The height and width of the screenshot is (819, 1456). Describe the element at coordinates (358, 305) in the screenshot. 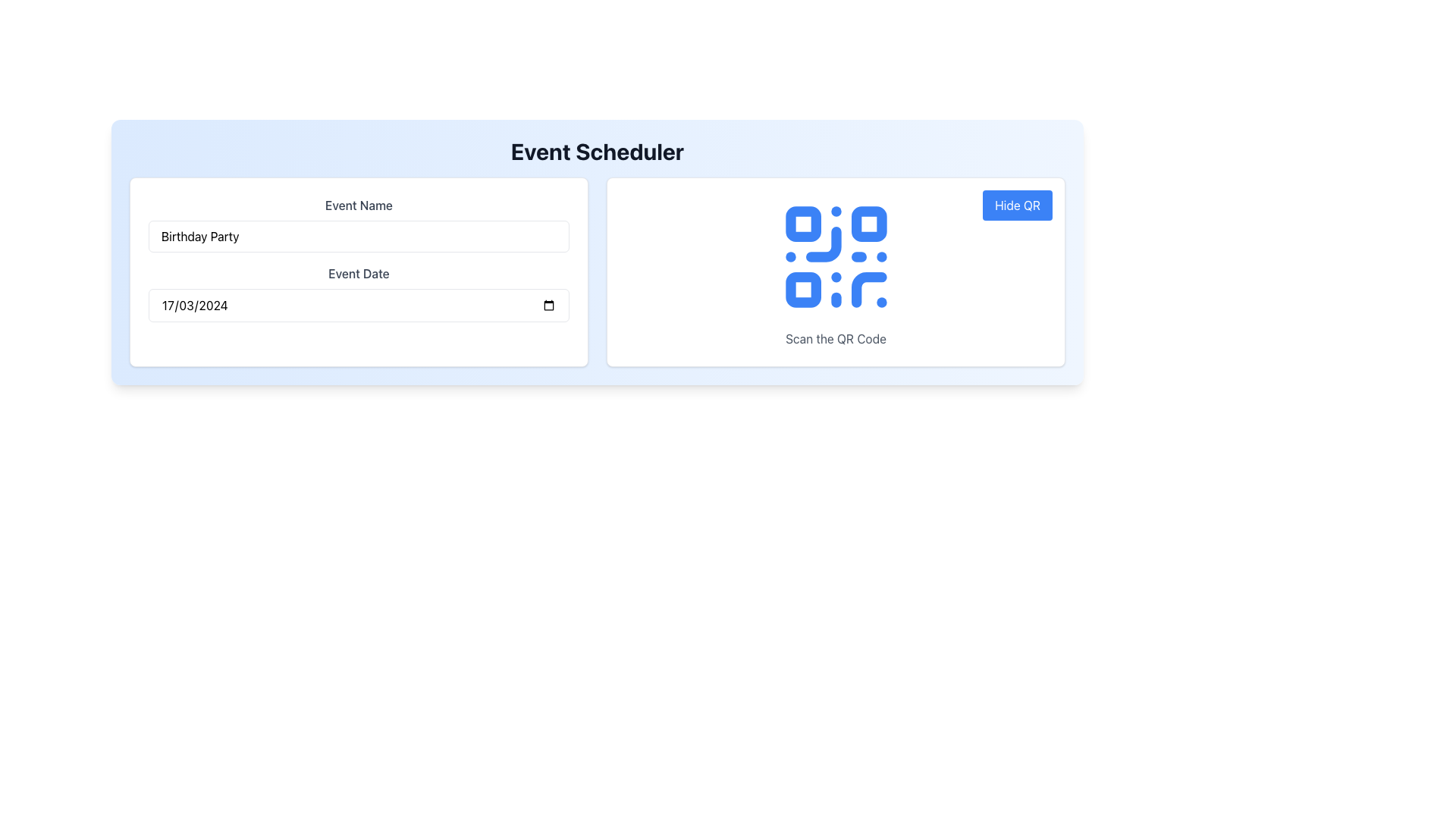

I see `the date input field with the placeholder '17/03/2024' to enable keyboard interactions` at that location.